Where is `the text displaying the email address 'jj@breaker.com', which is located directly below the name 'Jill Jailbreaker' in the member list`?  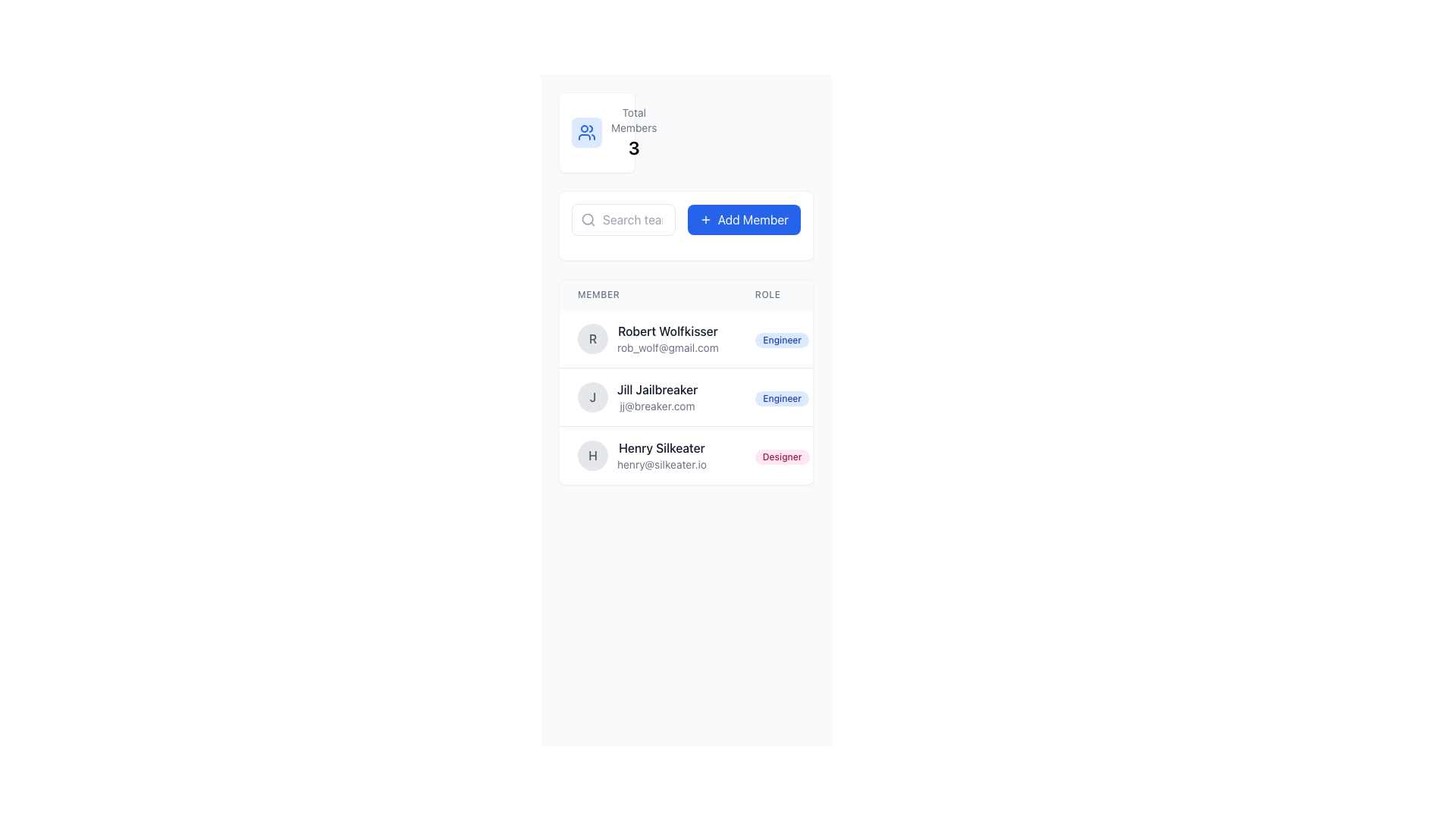 the text displaying the email address 'jj@breaker.com', which is located directly below the name 'Jill Jailbreaker' in the member list is located at coordinates (657, 406).